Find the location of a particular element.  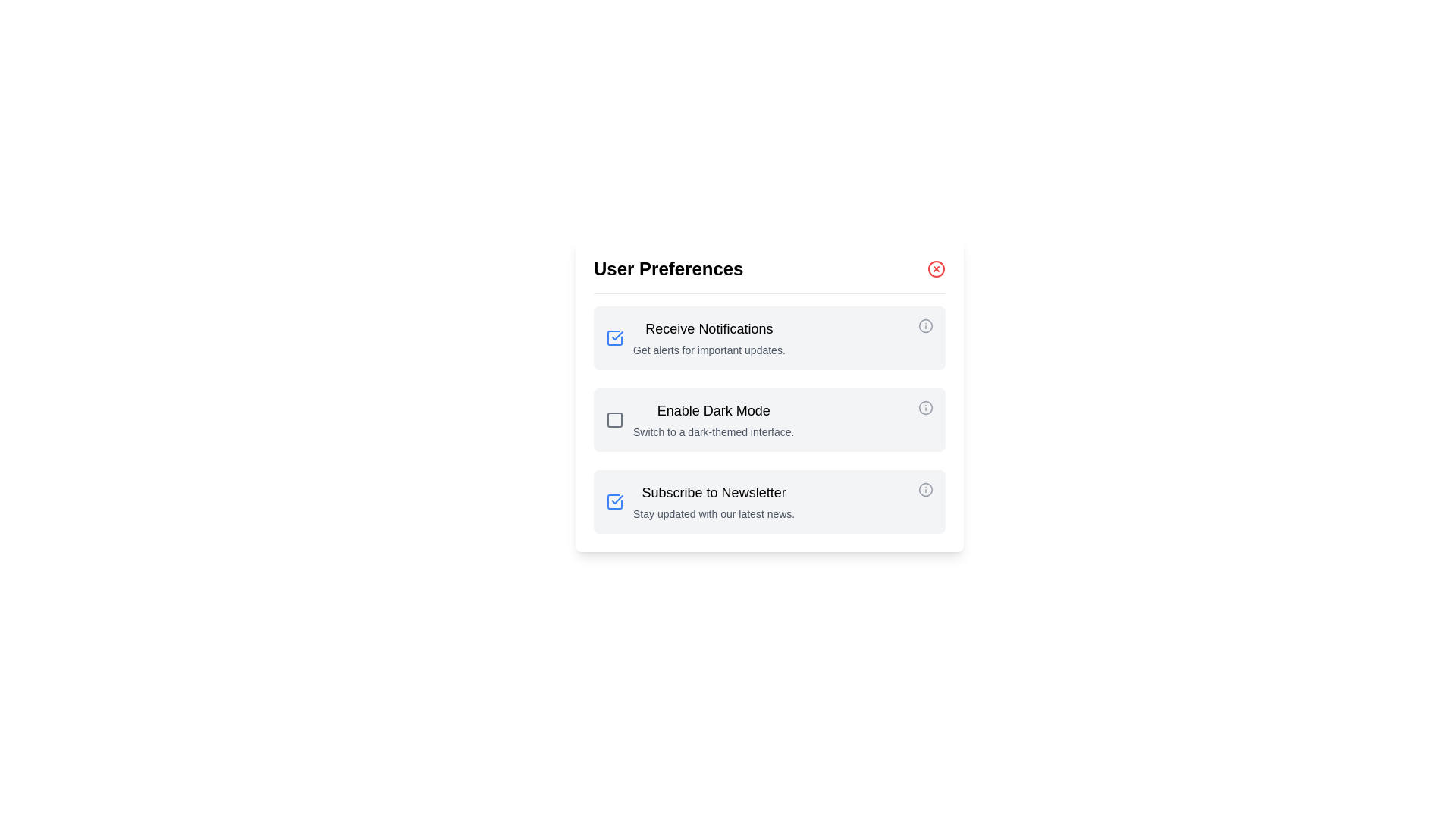

the checkbox labeled 'Enable Dark Mode' is located at coordinates (769, 420).